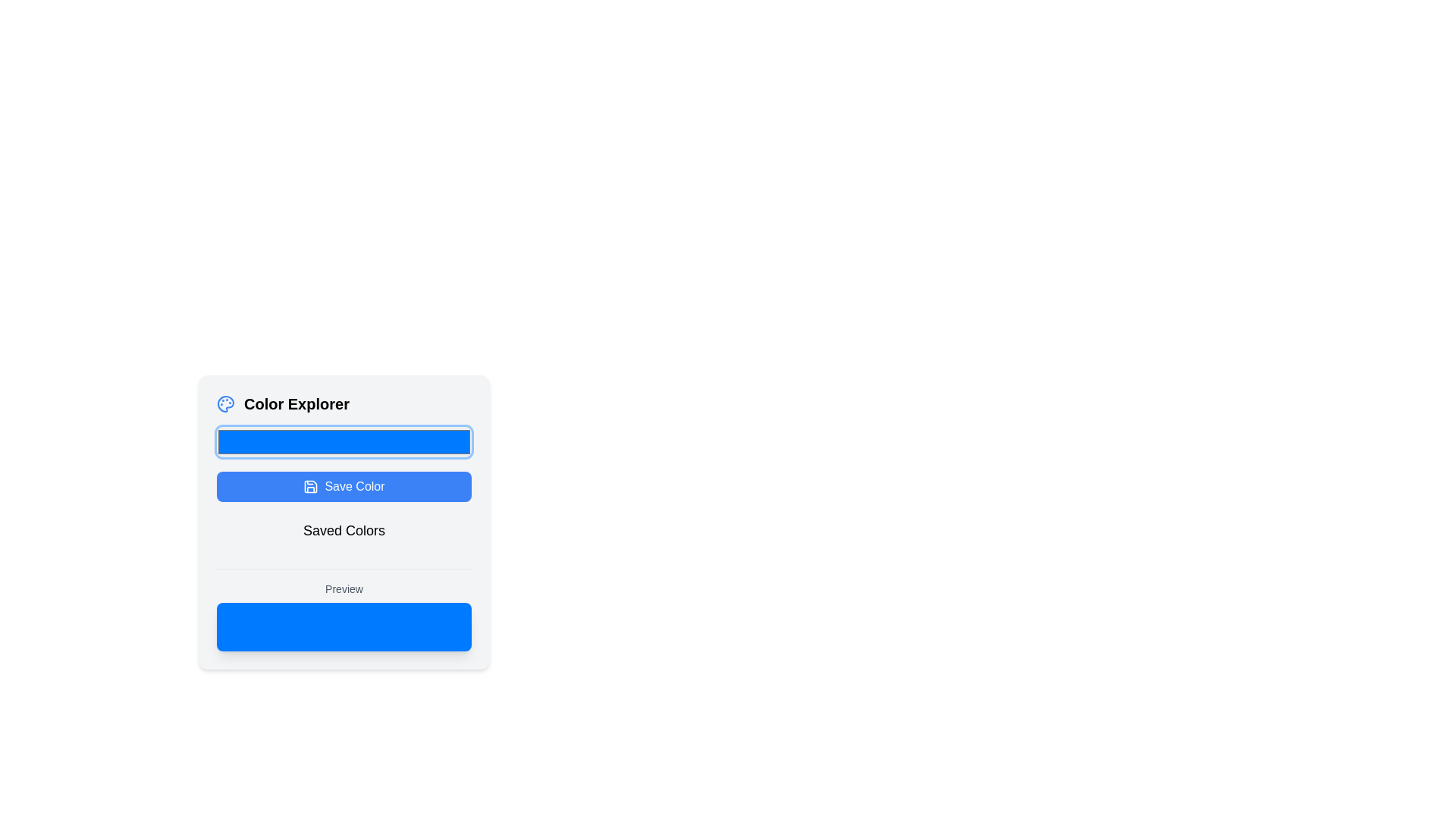 This screenshot has width=1456, height=819. Describe the element at coordinates (297, 403) in the screenshot. I see `the text label that serves as a heading or title for the interface section, which is centrally aligned above the input field` at that location.